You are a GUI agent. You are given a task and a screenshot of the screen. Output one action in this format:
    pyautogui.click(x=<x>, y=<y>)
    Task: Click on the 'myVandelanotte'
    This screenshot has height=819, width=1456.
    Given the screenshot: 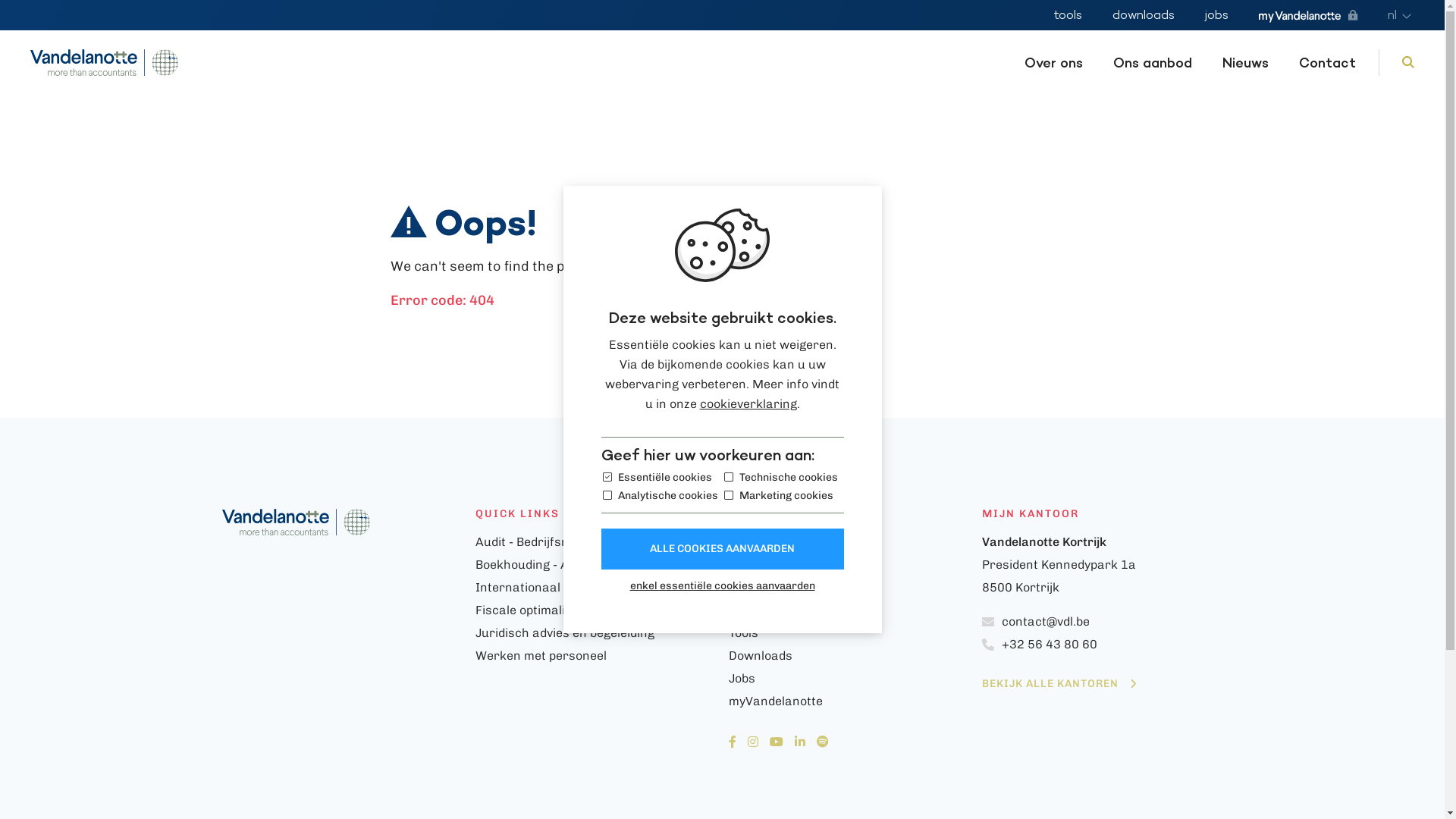 What is the action you would take?
    pyautogui.click(x=1307, y=16)
    